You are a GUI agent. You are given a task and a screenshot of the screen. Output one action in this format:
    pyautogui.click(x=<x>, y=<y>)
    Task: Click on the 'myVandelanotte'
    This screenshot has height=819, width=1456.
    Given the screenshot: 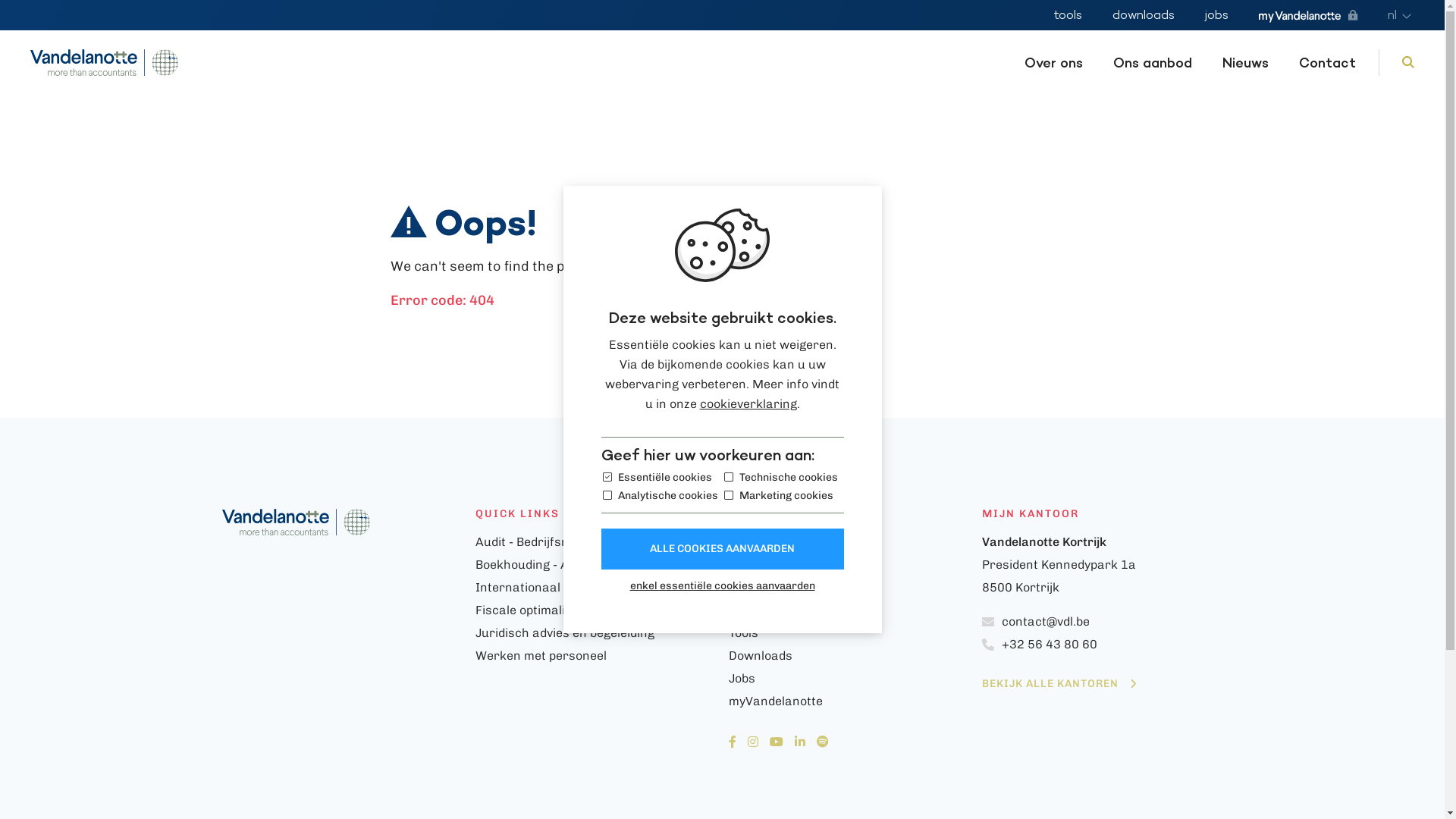 What is the action you would take?
    pyautogui.click(x=1307, y=16)
    